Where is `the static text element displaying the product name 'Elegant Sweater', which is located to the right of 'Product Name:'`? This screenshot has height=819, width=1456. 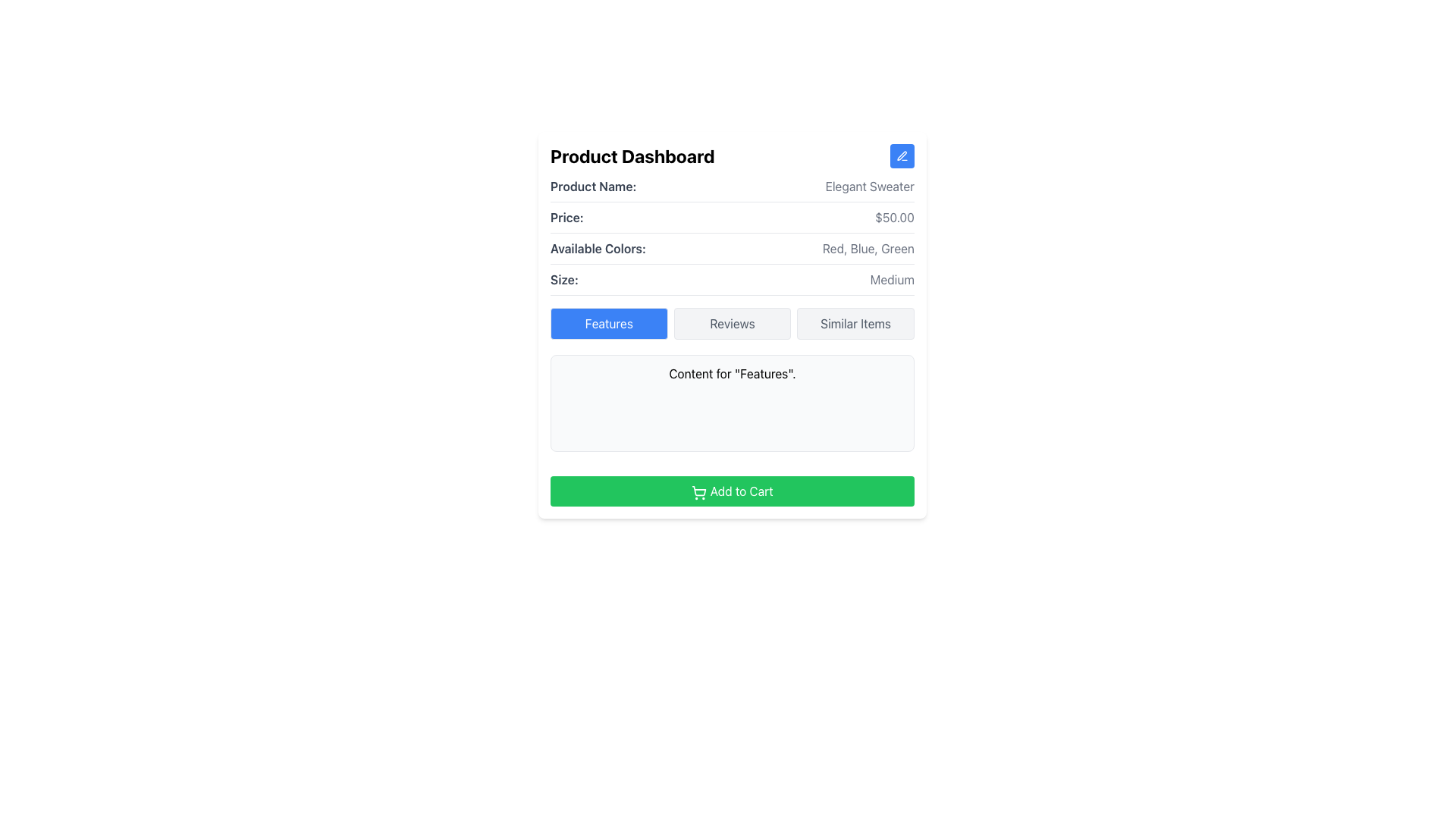 the static text element displaying the product name 'Elegant Sweater', which is located to the right of 'Product Name:' is located at coordinates (870, 186).